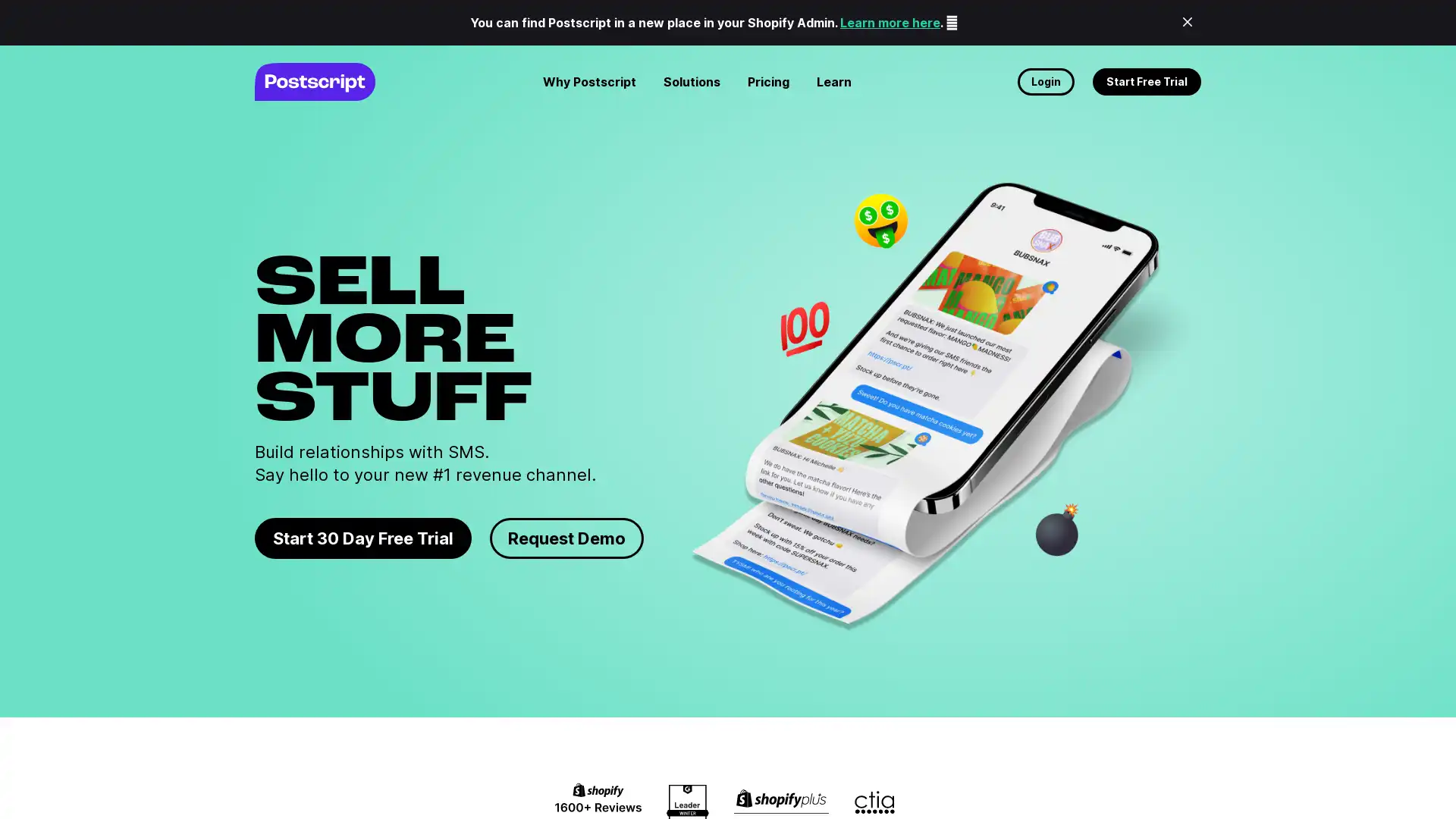 The width and height of the screenshot is (1456, 819). I want to click on Login, so click(1045, 81).